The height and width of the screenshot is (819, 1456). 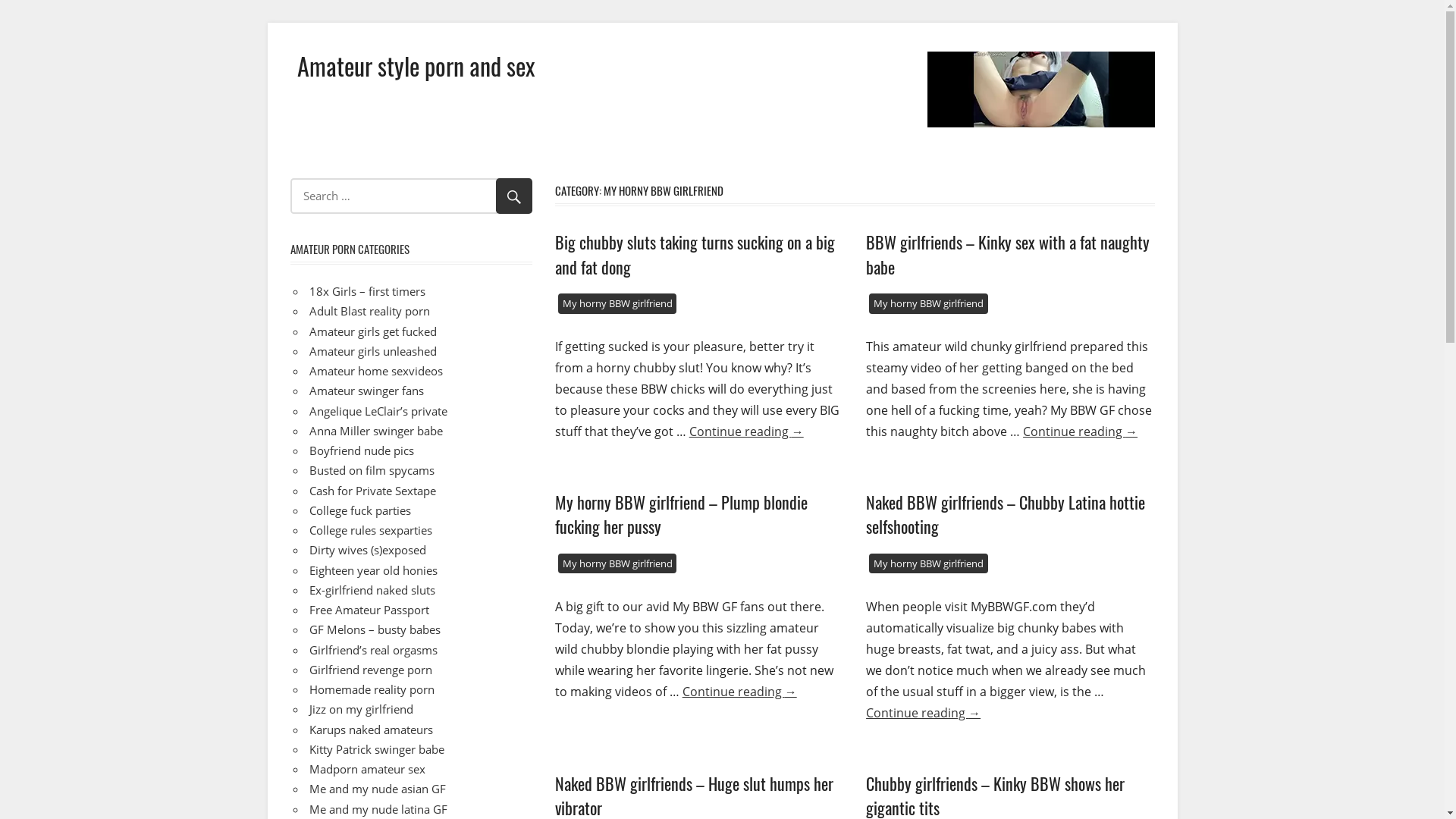 I want to click on 'Ex-girlfriend naked sluts', so click(x=372, y=589).